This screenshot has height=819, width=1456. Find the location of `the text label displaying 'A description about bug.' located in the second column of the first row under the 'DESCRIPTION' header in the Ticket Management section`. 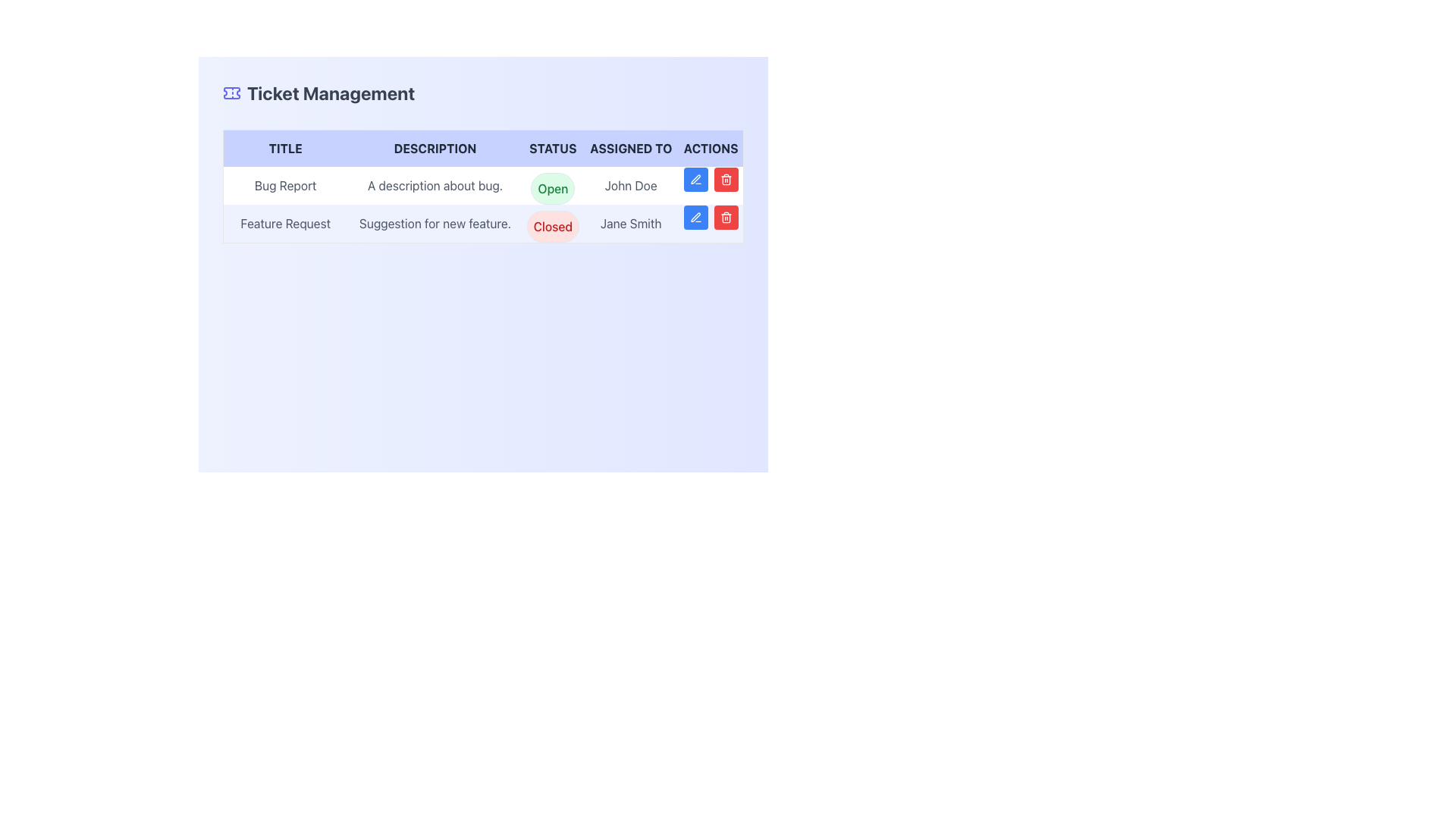

the text label displaying 'A description about bug.' located in the second column of the first row under the 'DESCRIPTION' header in the Ticket Management section is located at coordinates (435, 184).